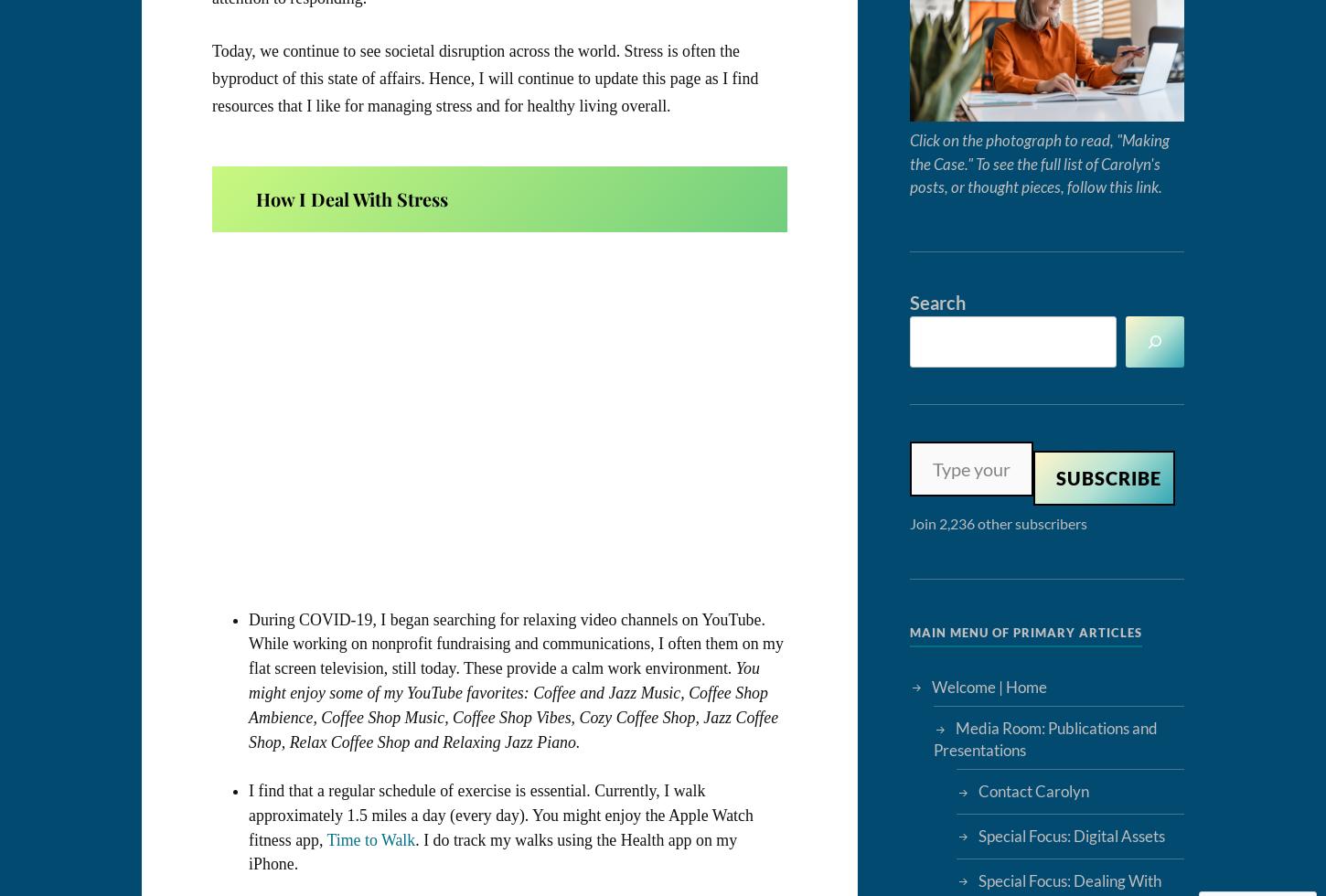 This screenshot has height=896, width=1326. Describe the element at coordinates (349, 197) in the screenshot. I see `'How I Deal With Stress'` at that location.